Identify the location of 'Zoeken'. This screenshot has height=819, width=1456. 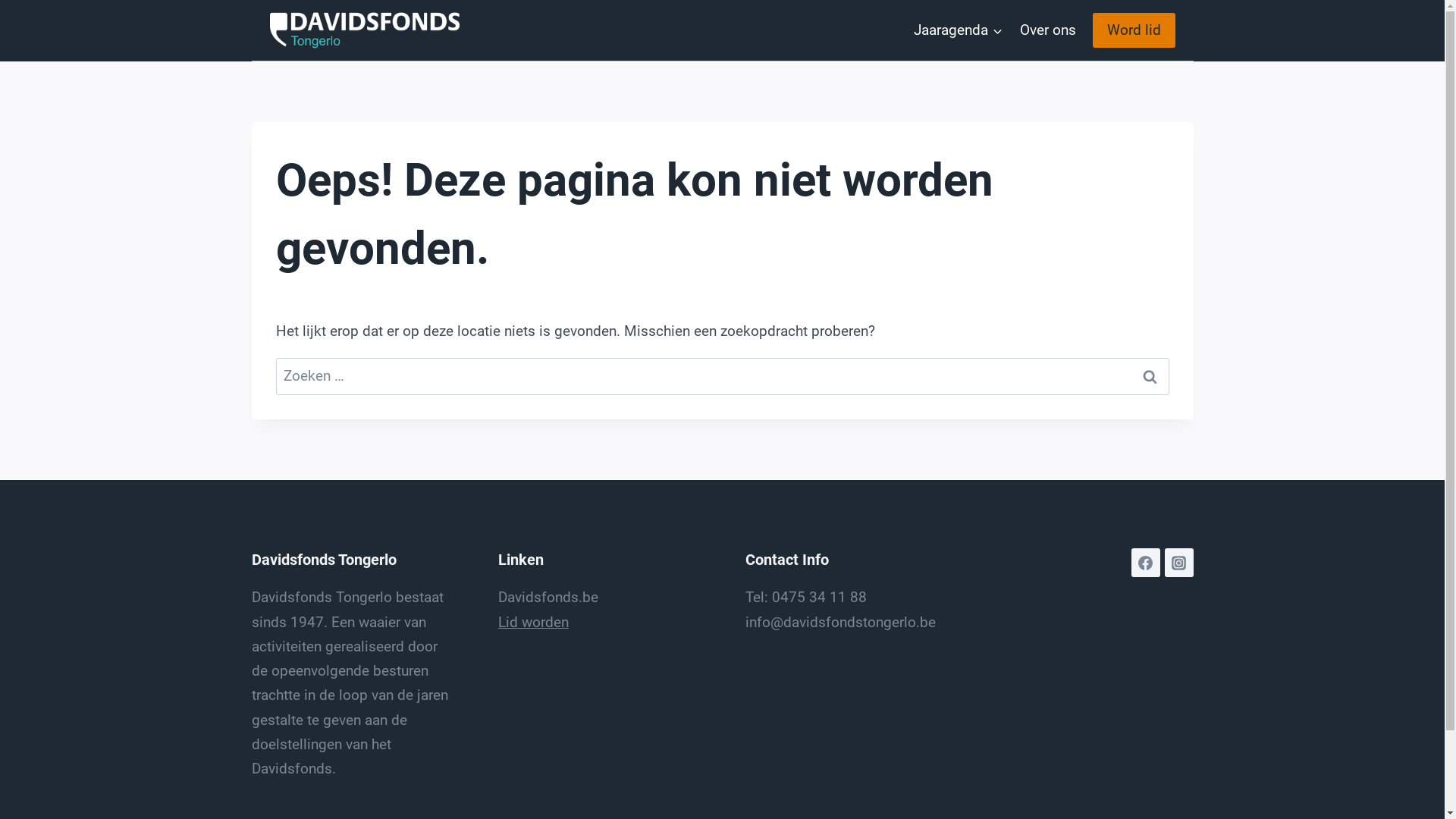
(1150, 375).